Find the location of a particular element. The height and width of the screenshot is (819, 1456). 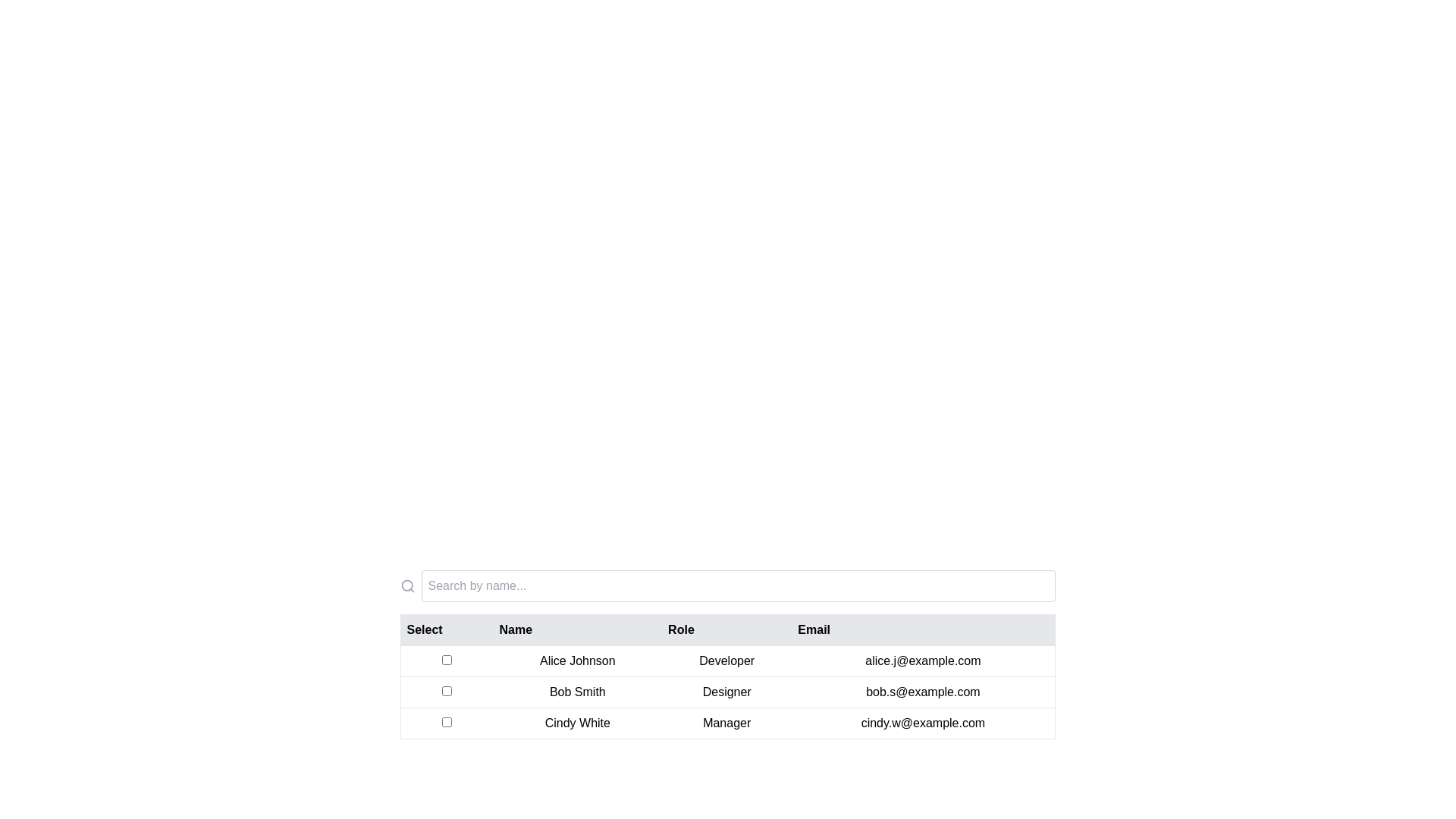

the checkbox for 'Bob Smith' is located at coordinates (446, 691).